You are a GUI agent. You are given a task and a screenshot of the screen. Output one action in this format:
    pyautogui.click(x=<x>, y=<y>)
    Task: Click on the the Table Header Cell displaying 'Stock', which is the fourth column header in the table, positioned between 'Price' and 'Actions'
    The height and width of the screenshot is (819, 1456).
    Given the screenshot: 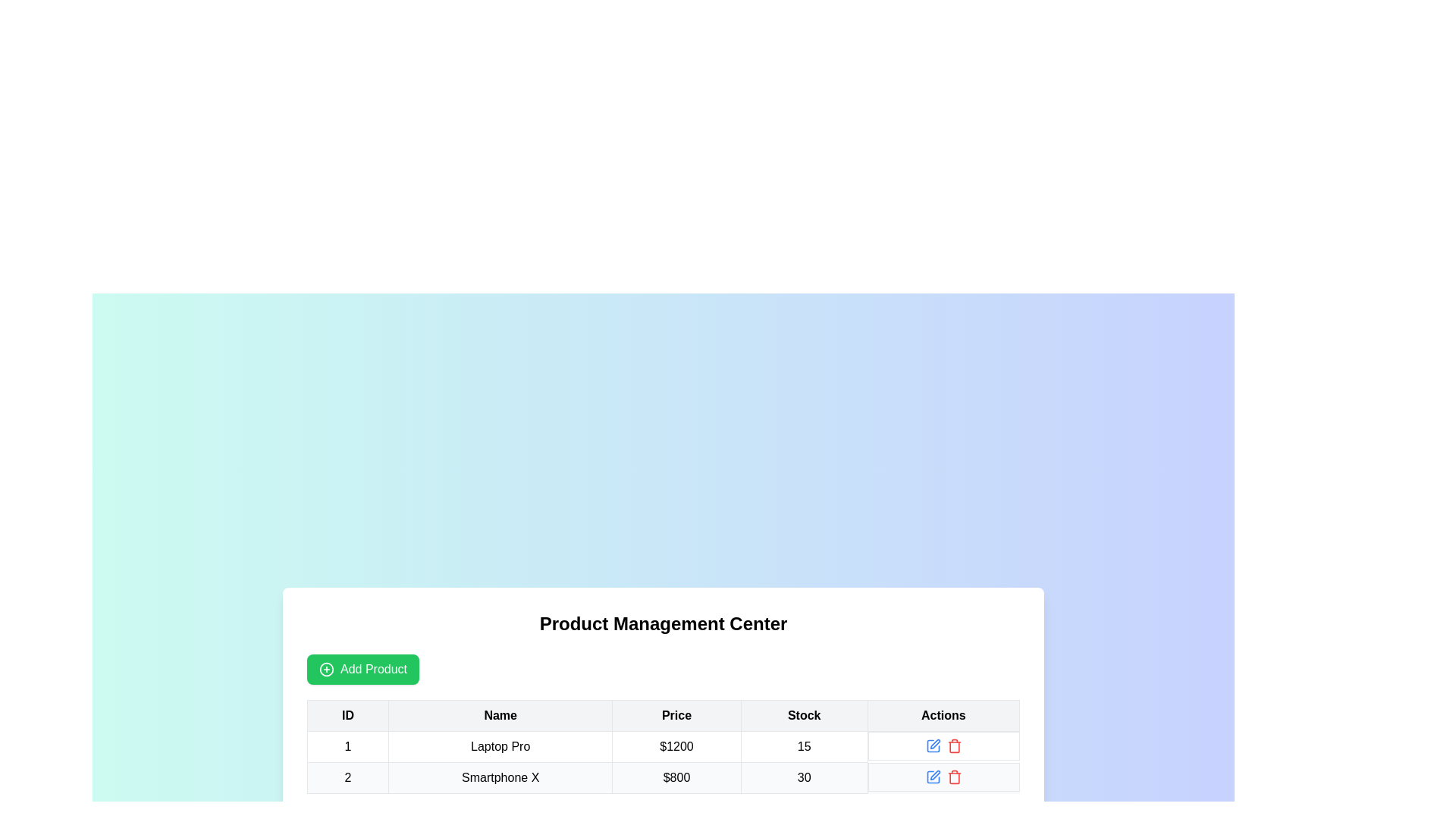 What is the action you would take?
    pyautogui.click(x=803, y=716)
    